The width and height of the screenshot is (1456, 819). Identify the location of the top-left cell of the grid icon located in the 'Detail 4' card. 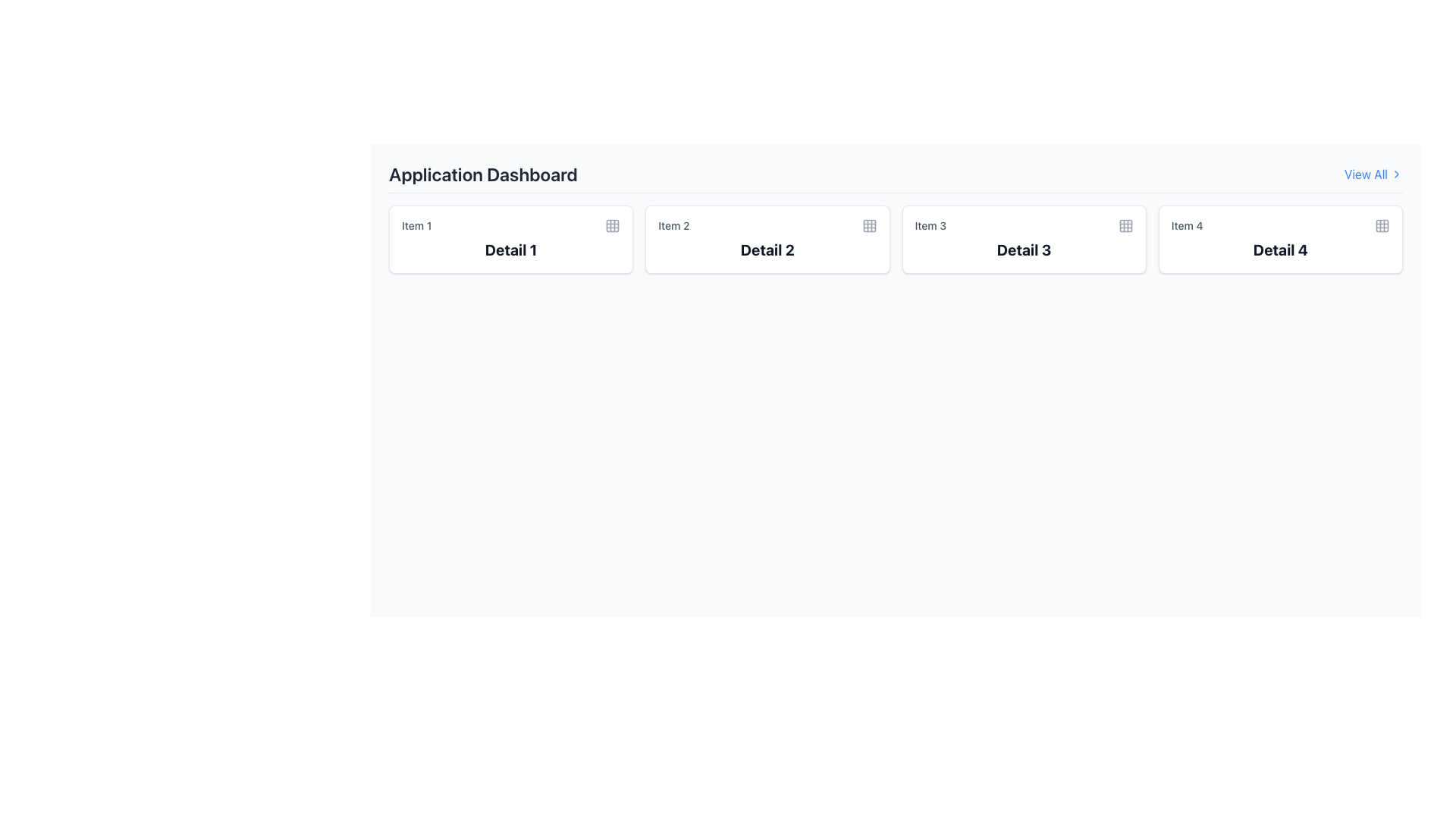
(1382, 225).